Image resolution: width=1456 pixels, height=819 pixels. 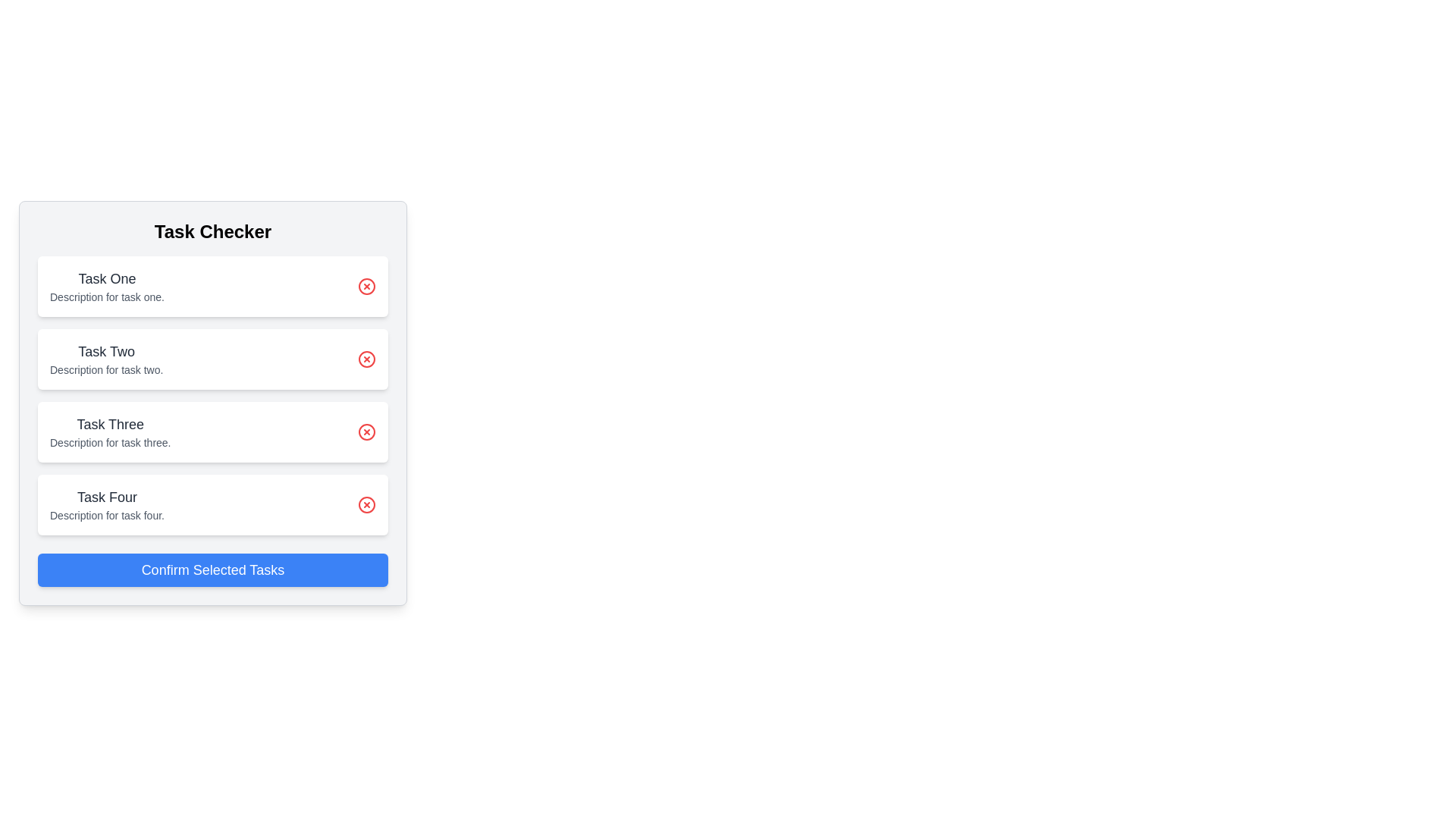 What do you see at coordinates (109, 432) in the screenshot?
I see `the 'Task Three' text display block, which shows the title 'Task Three' and description 'Description for task three.'` at bounding box center [109, 432].